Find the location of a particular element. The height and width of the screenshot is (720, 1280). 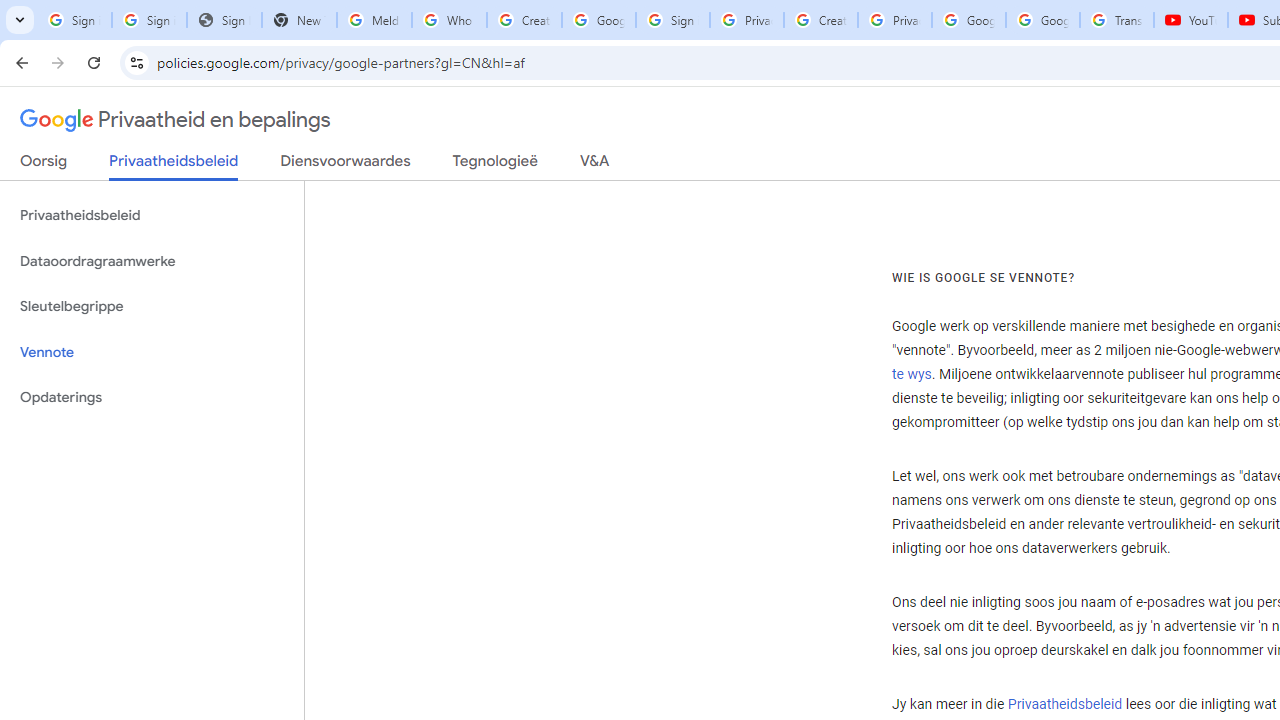

'Who is my administrator? - Google Account Help' is located at coordinates (448, 20).